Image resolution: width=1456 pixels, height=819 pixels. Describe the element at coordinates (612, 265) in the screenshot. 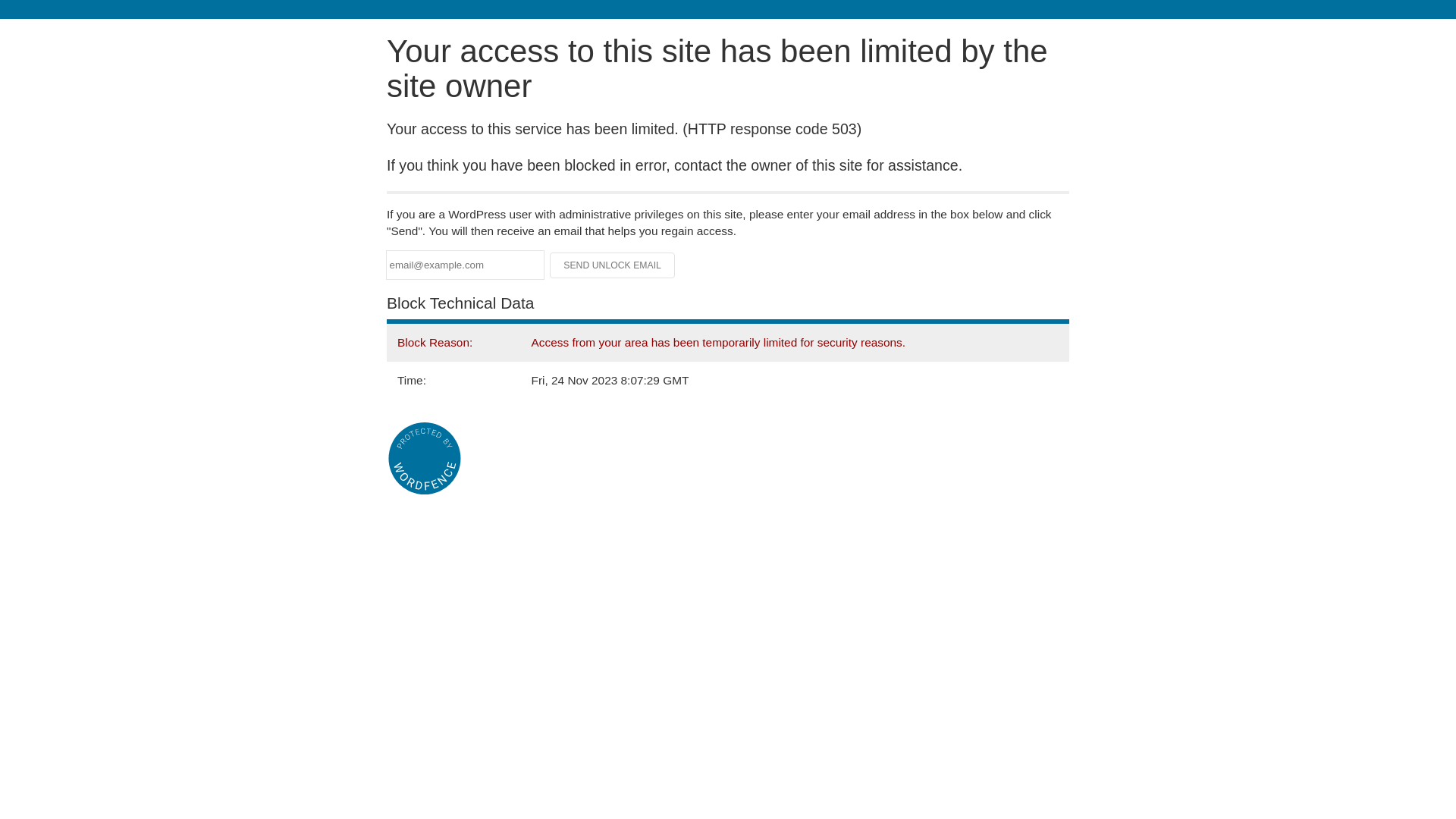

I see `'Send Unlock Email'` at that location.